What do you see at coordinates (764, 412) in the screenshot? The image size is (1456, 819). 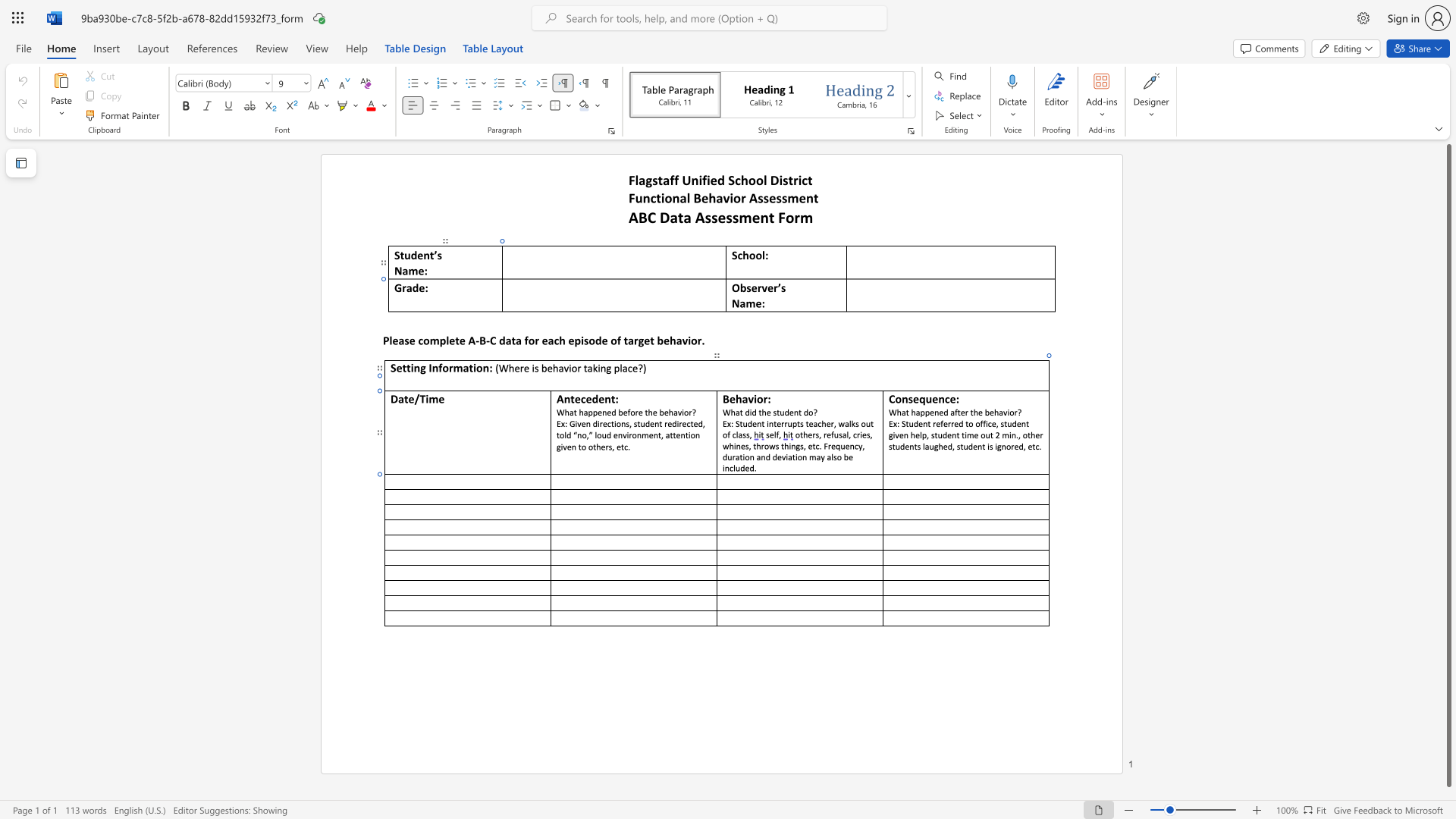 I see `the 2th character "h" in the text` at bounding box center [764, 412].